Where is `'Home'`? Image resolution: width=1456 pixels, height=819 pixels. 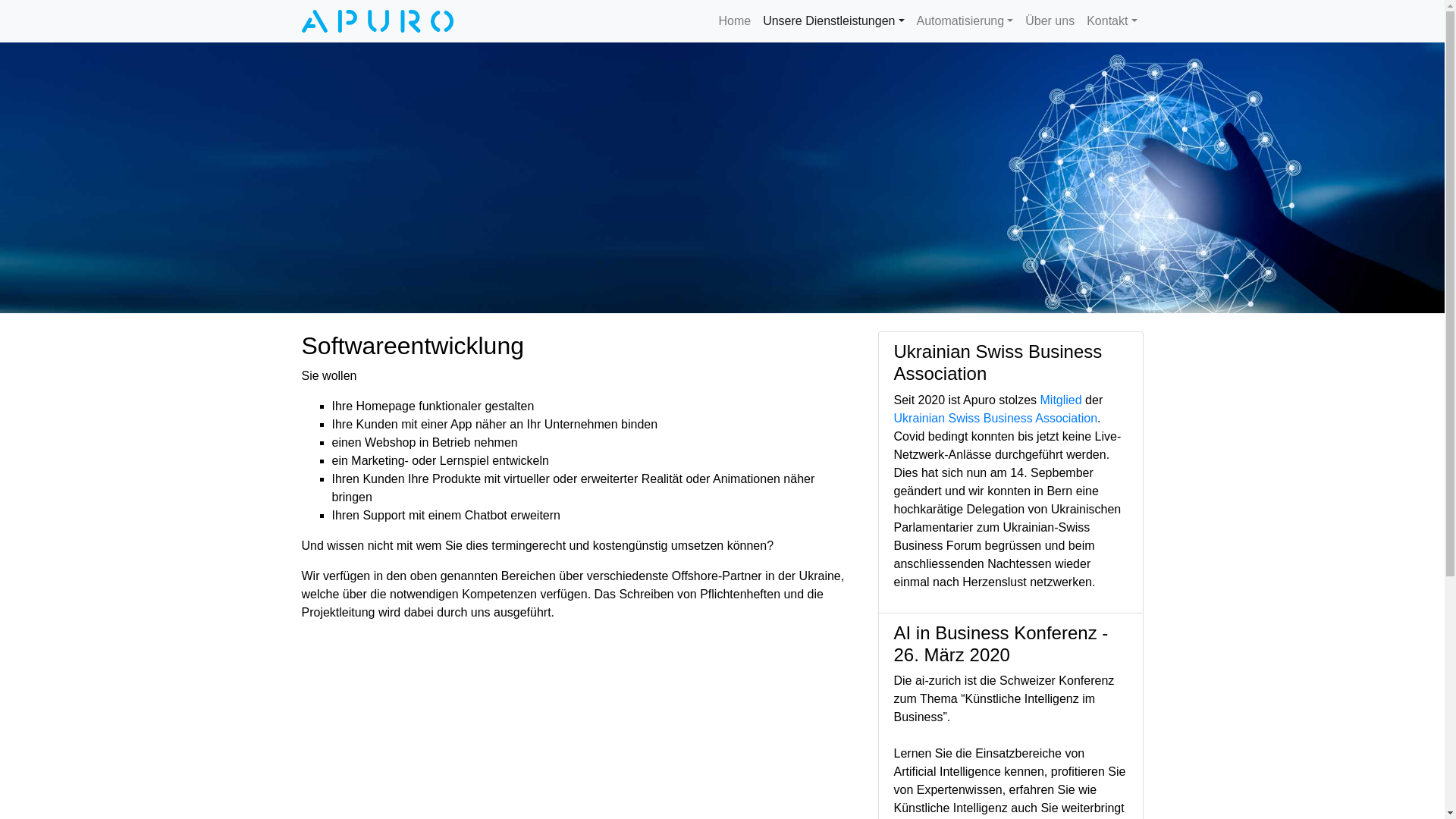 'Home' is located at coordinates (711, 20).